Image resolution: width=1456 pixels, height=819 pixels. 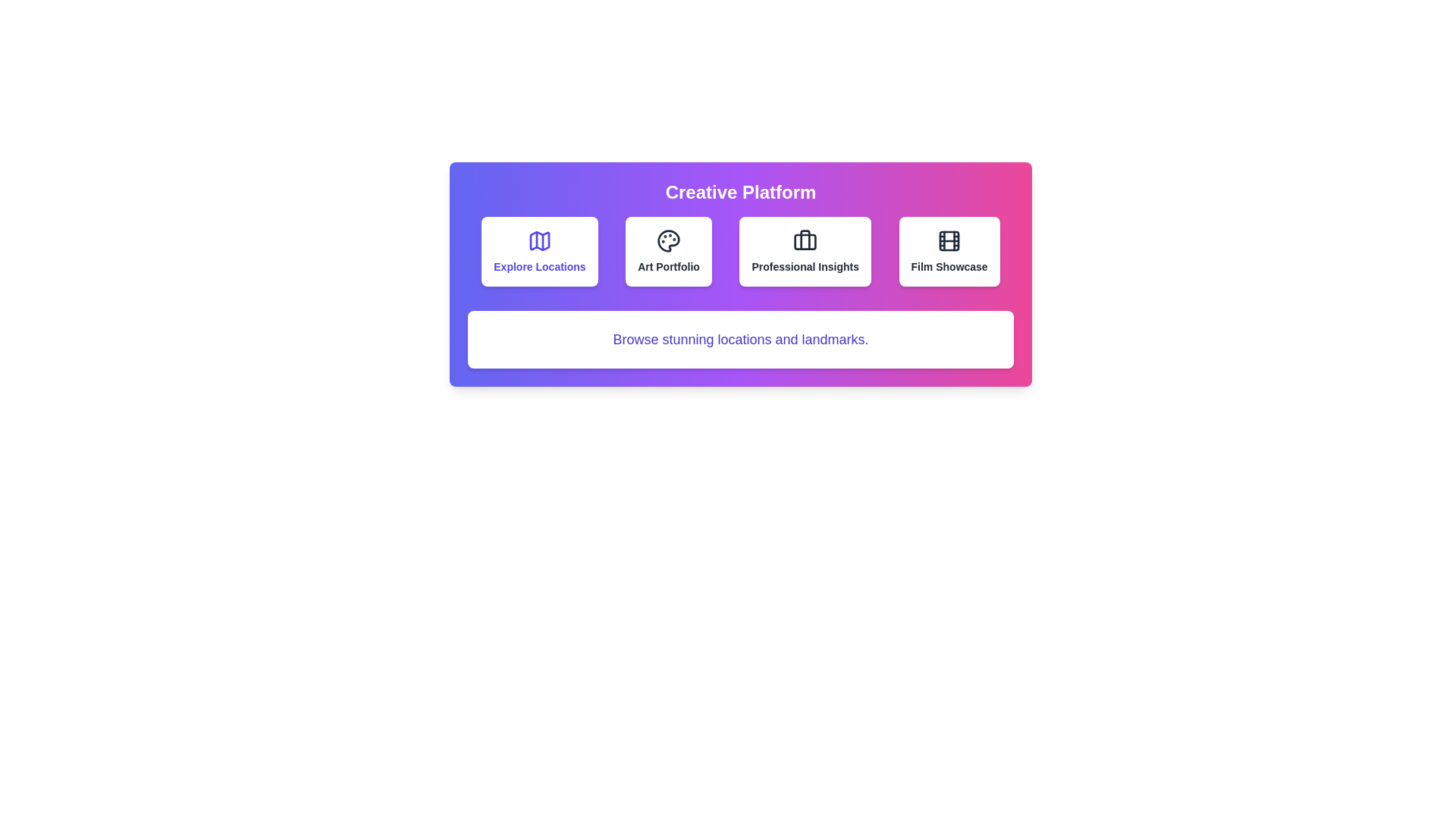 What do you see at coordinates (741, 192) in the screenshot?
I see `the title text 'Creative Platform' to focus on it` at bounding box center [741, 192].